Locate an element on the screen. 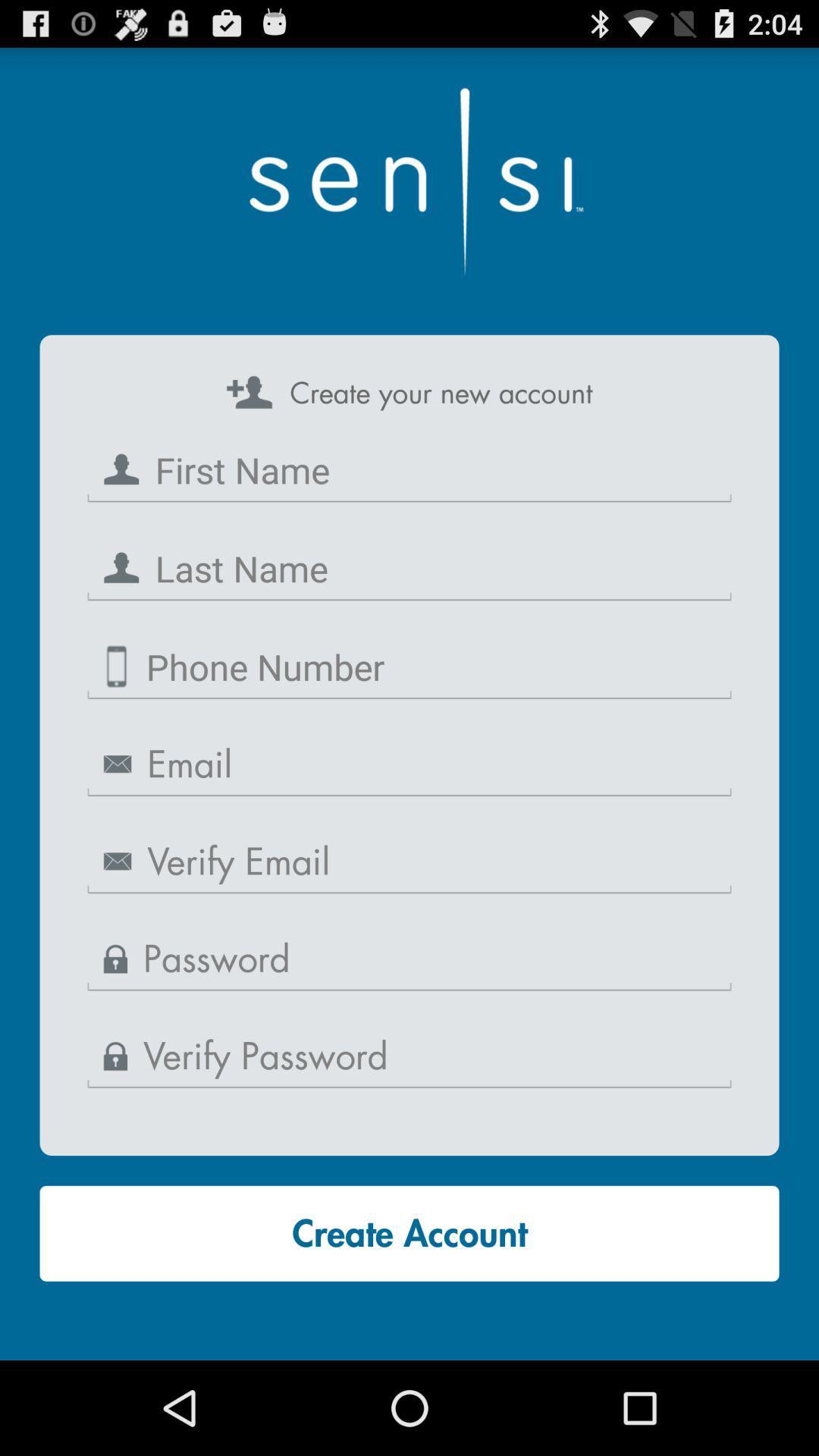  last name input is located at coordinates (409, 568).